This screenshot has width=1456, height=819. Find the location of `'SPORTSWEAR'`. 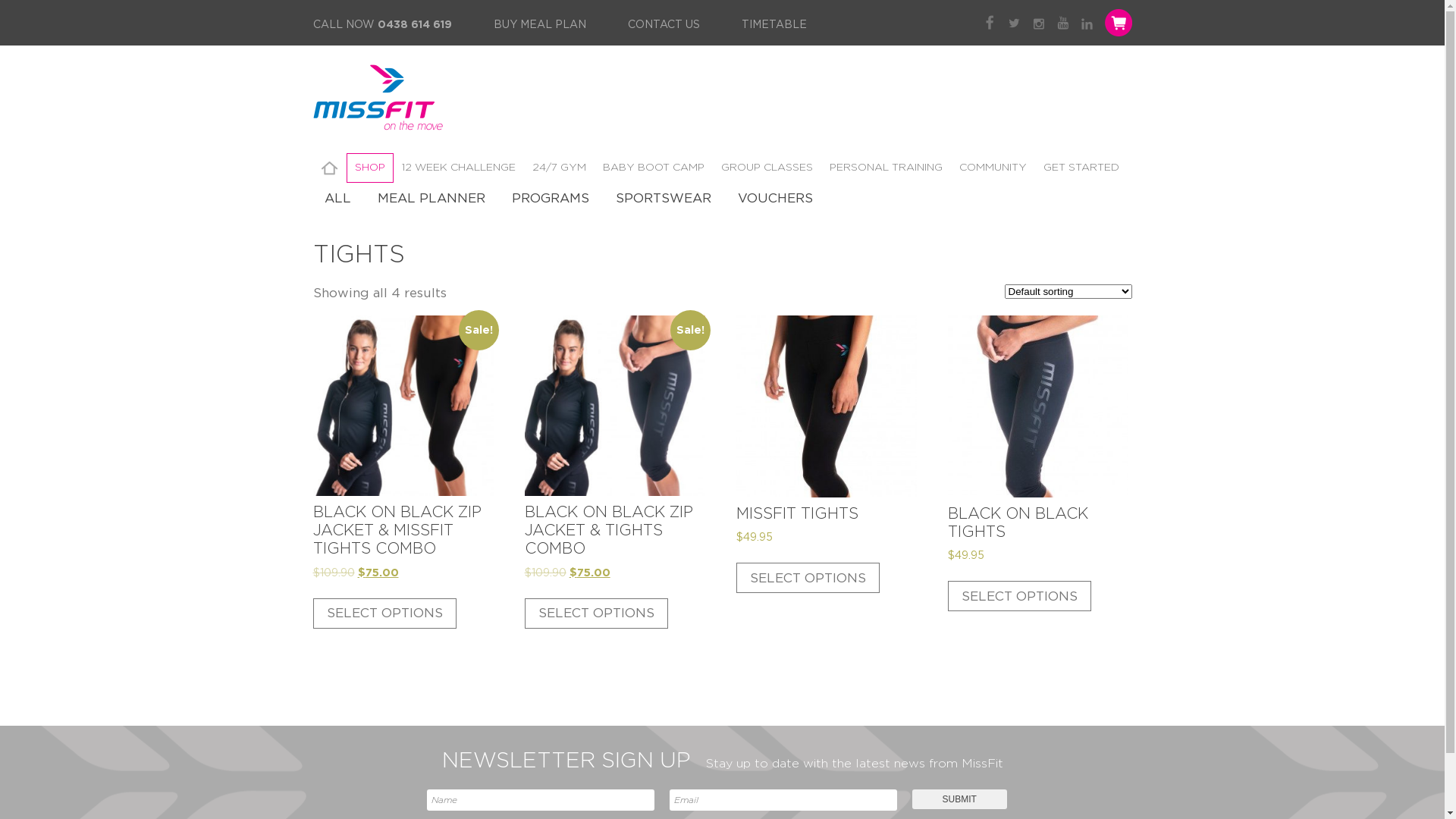

'SPORTSWEAR' is located at coordinates (662, 197).